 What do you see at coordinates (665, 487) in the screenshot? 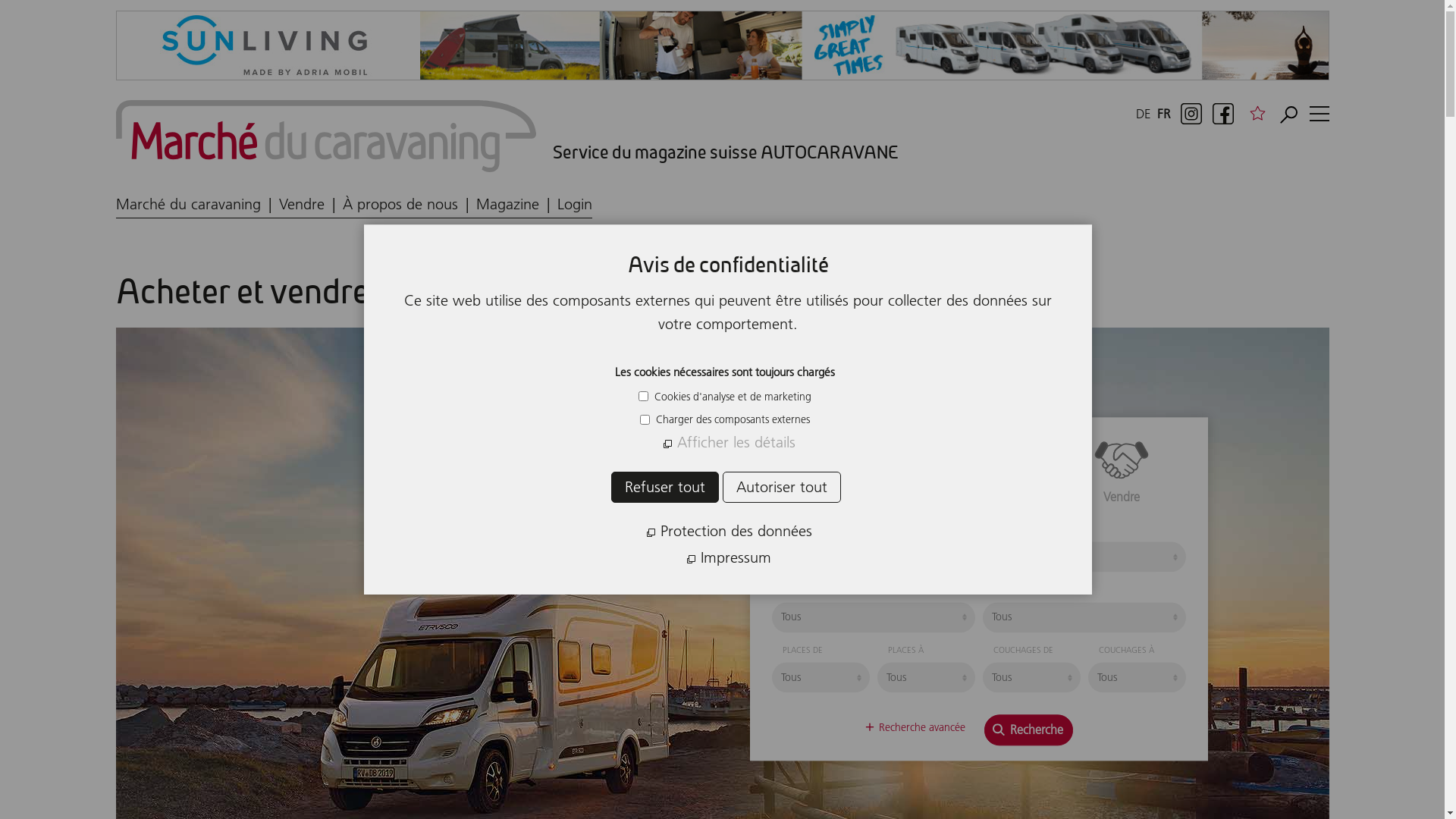
I see `'Refuser tout'` at bounding box center [665, 487].